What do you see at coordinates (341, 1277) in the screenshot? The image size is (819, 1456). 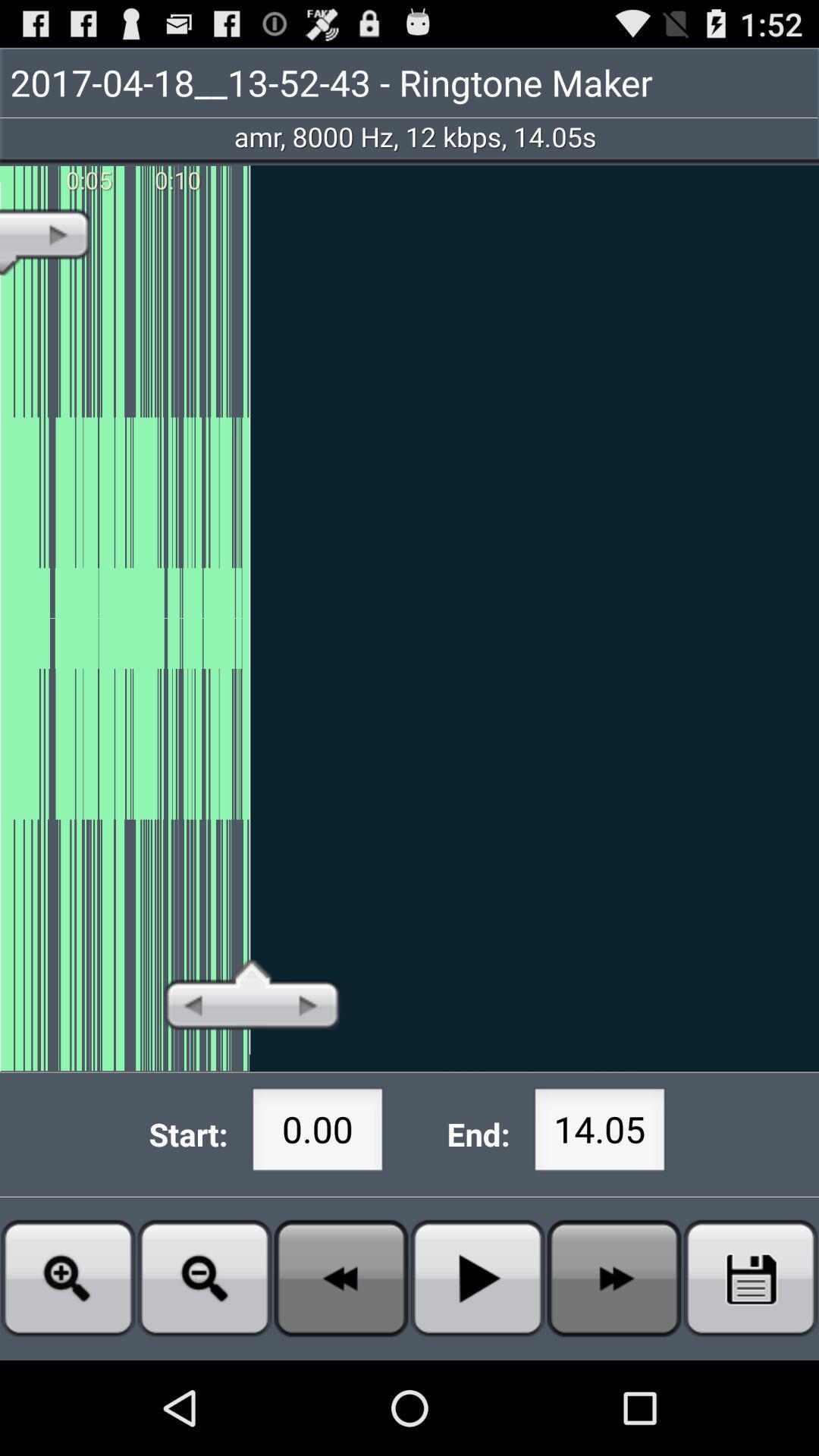 I see `rewinds track to a given interval` at bounding box center [341, 1277].